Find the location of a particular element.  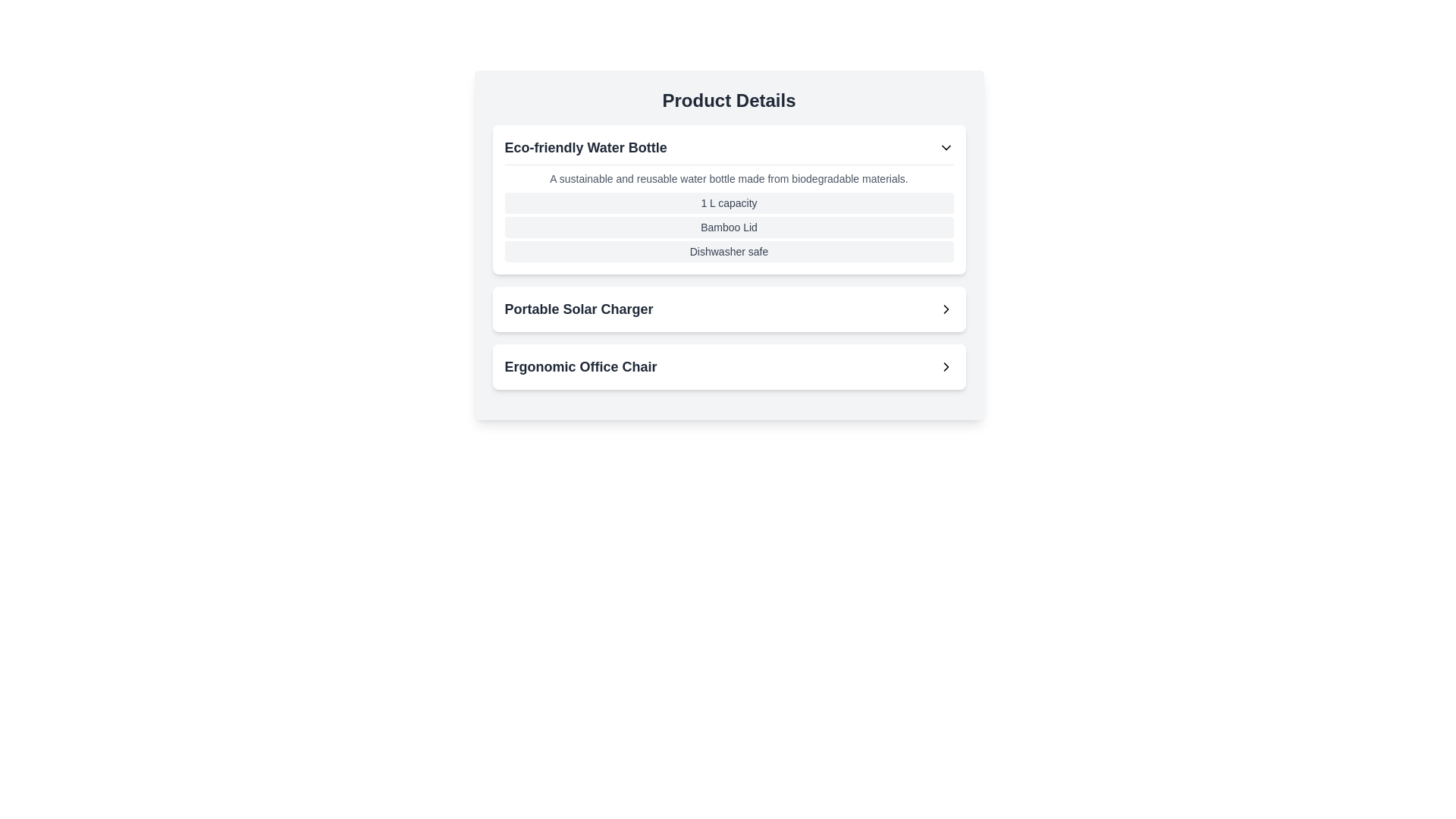

the second button-like list item in the 'Product Details' card for keyboard navigation is located at coordinates (729, 309).